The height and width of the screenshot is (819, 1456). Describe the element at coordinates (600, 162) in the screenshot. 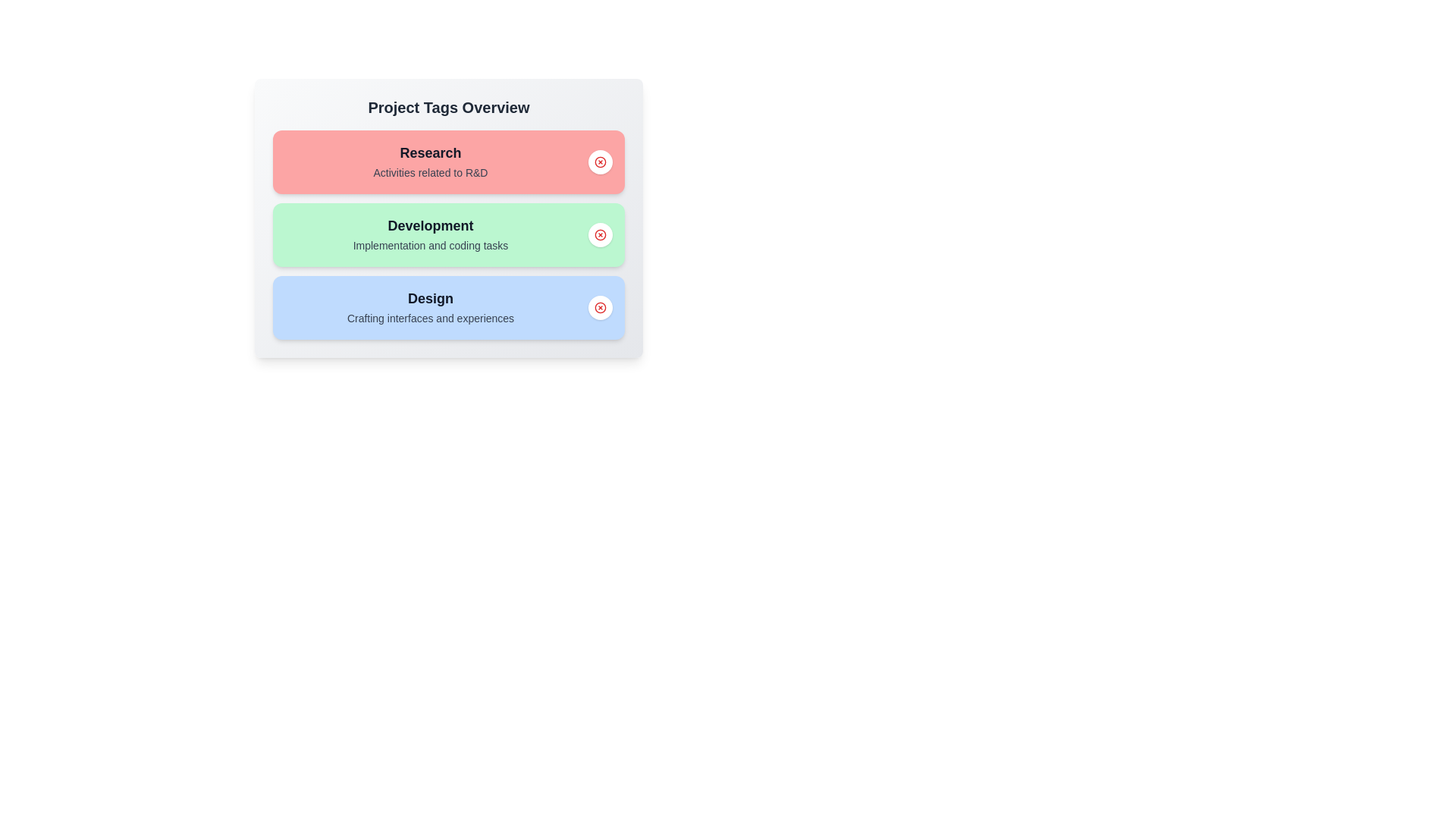

I see `the delete button for the tag Research` at that location.